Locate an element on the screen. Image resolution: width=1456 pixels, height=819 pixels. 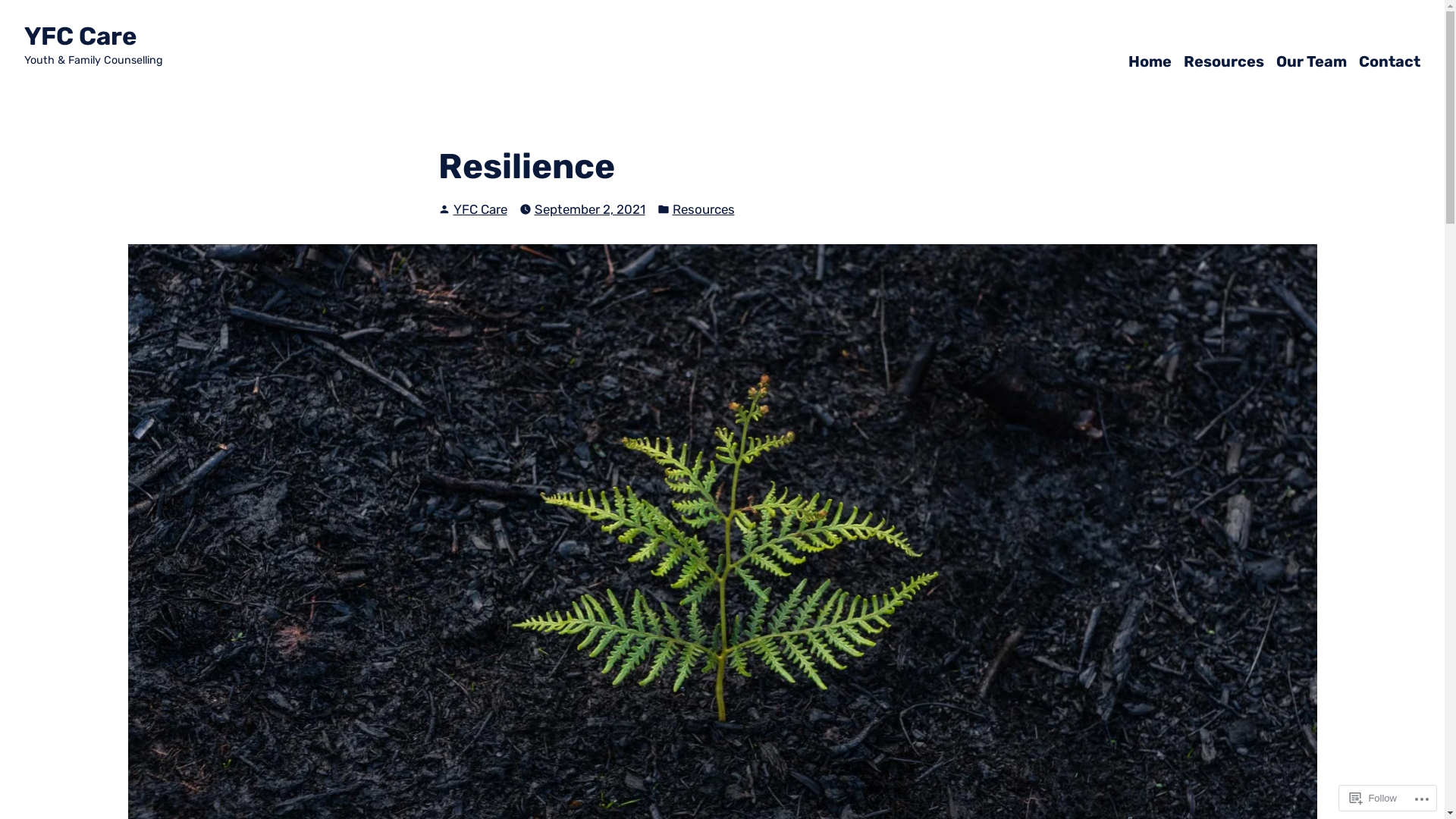
'Home' is located at coordinates (1128, 60).